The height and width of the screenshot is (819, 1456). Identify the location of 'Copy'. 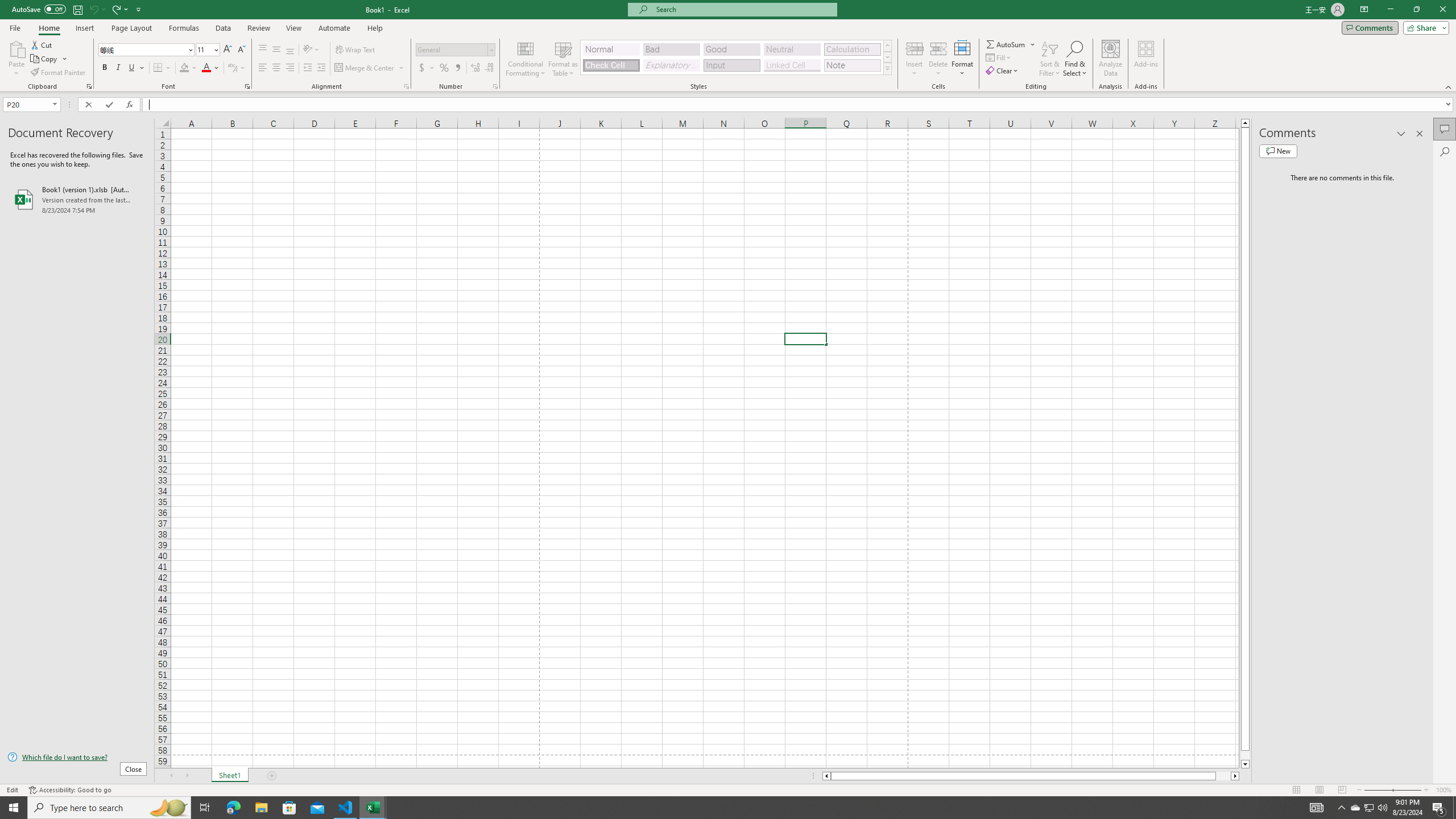
(49, 59).